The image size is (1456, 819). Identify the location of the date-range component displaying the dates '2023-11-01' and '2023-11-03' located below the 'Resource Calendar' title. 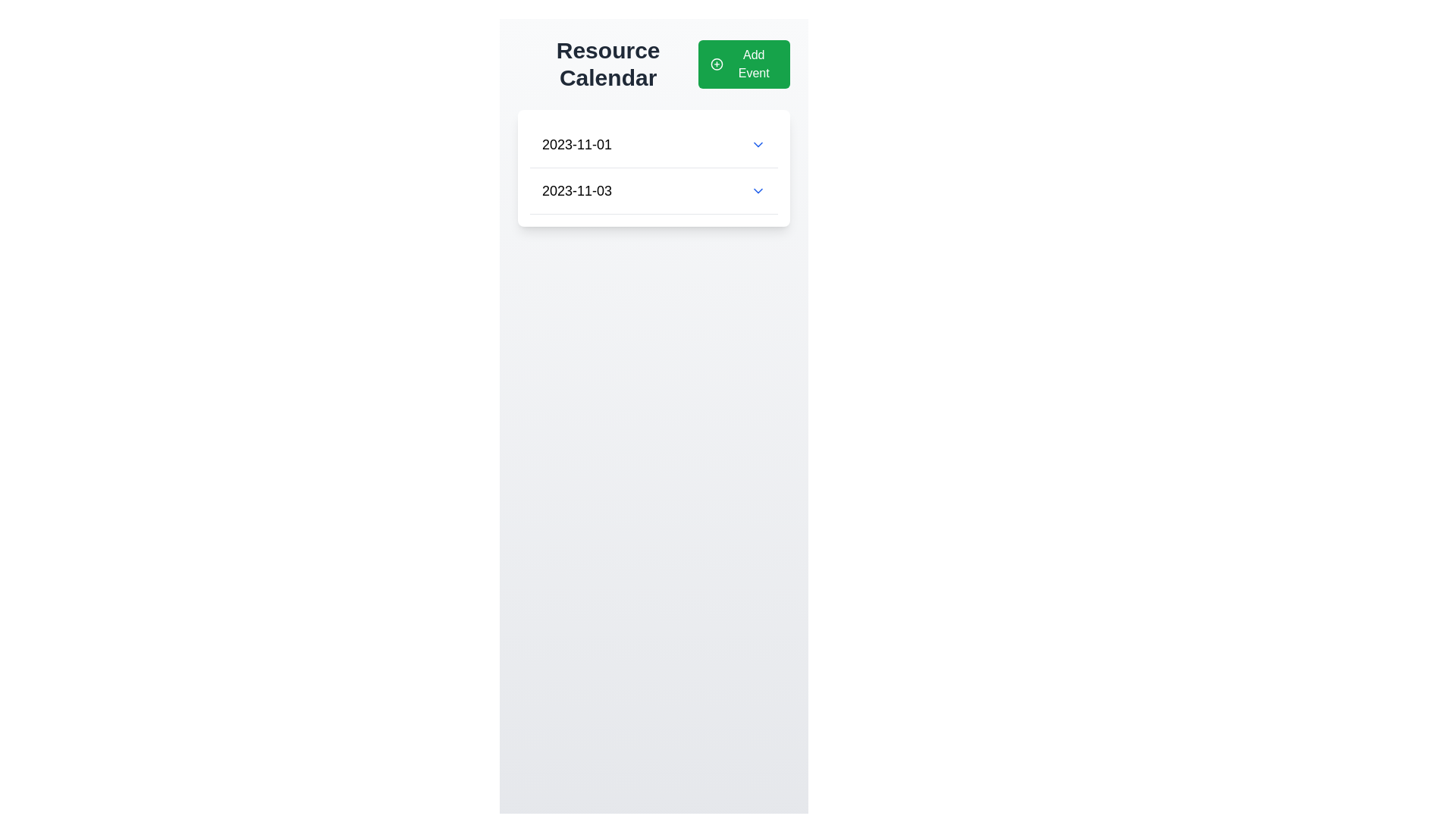
(654, 168).